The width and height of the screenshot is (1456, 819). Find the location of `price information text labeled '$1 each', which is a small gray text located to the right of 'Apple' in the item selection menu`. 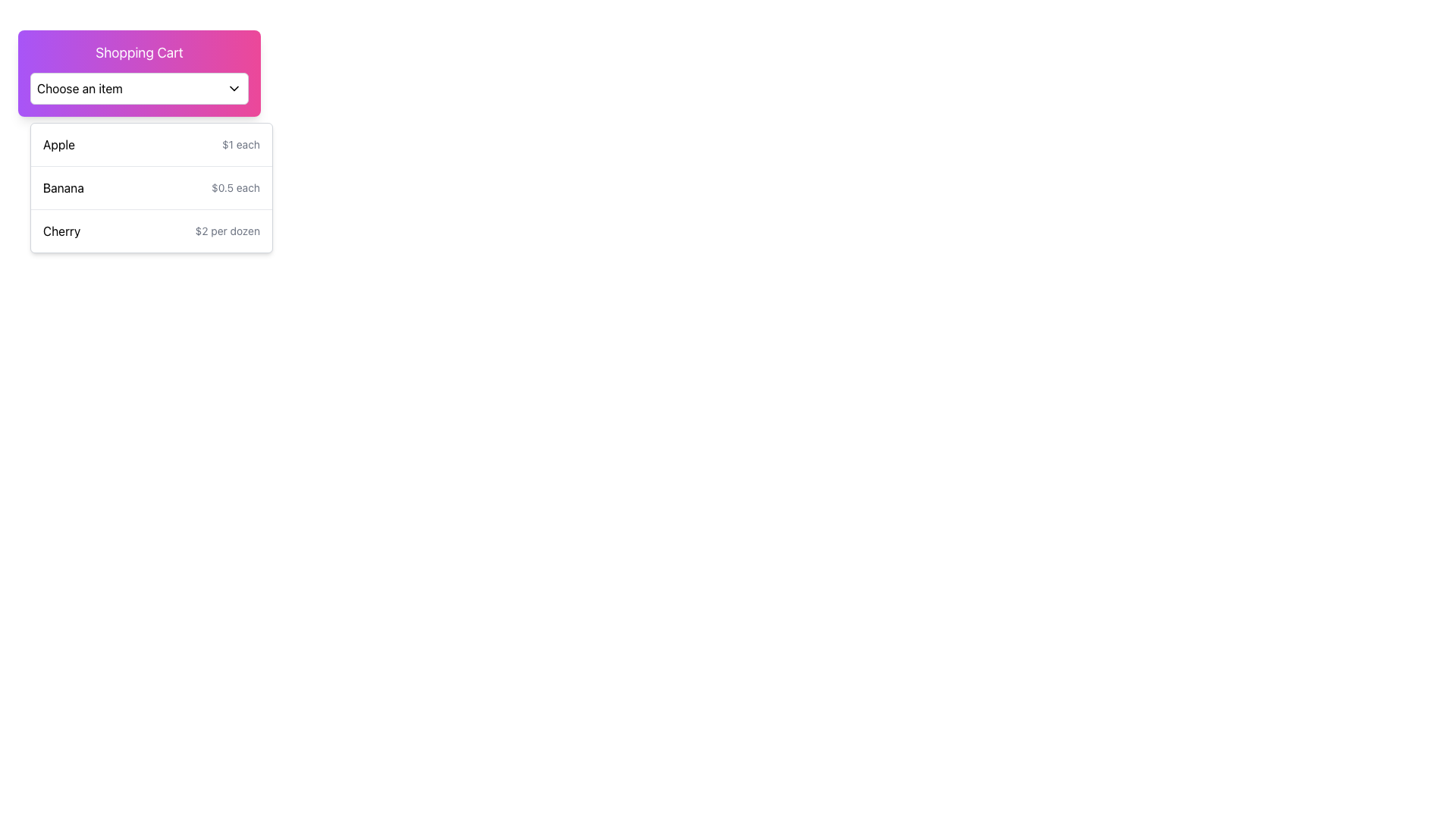

price information text labeled '$1 each', which is a small gray text located to the right of 'Apple' in the item selection menu is located at coordinates (240, 145).